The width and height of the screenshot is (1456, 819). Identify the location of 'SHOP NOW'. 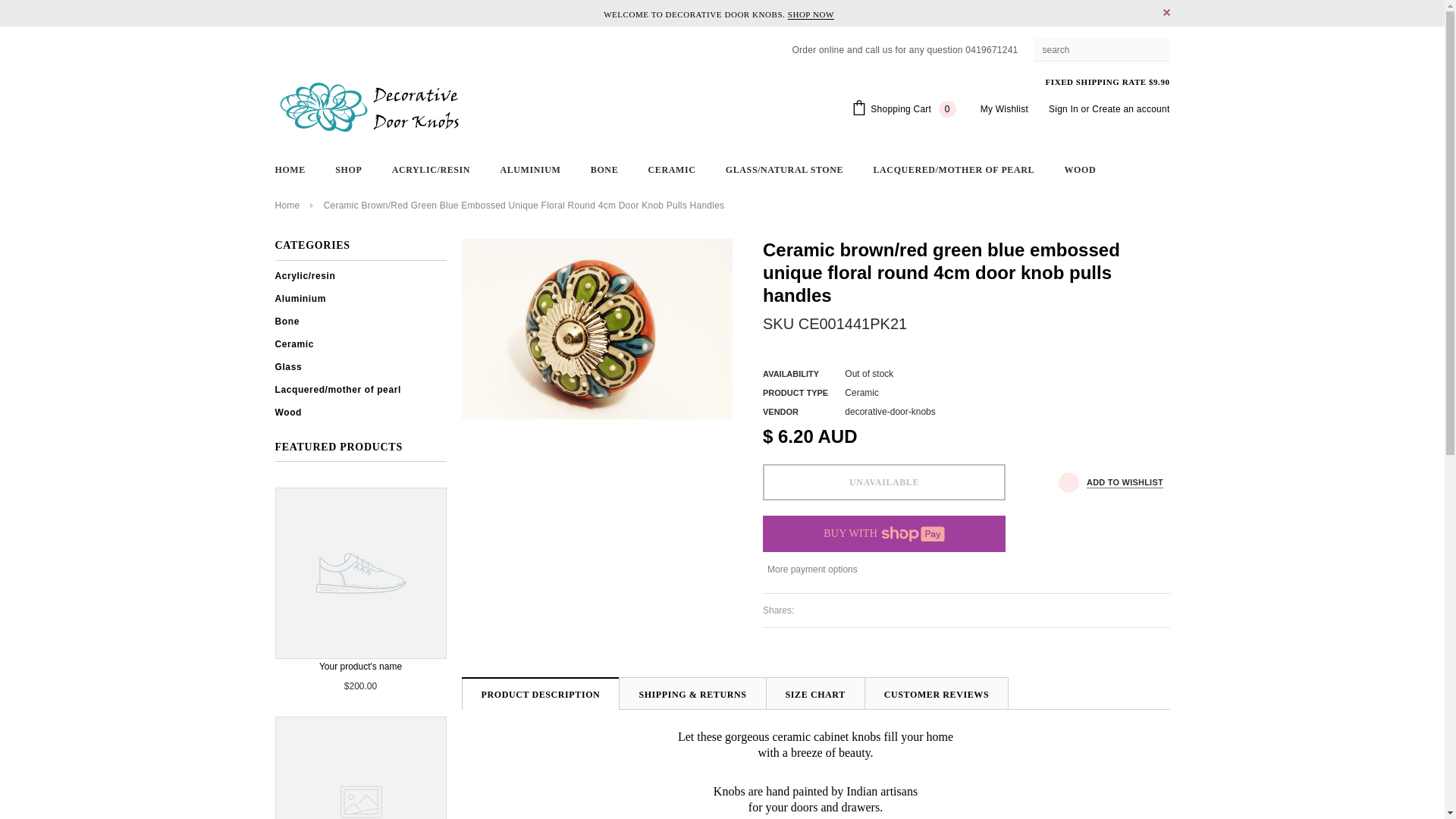
(810, 14).